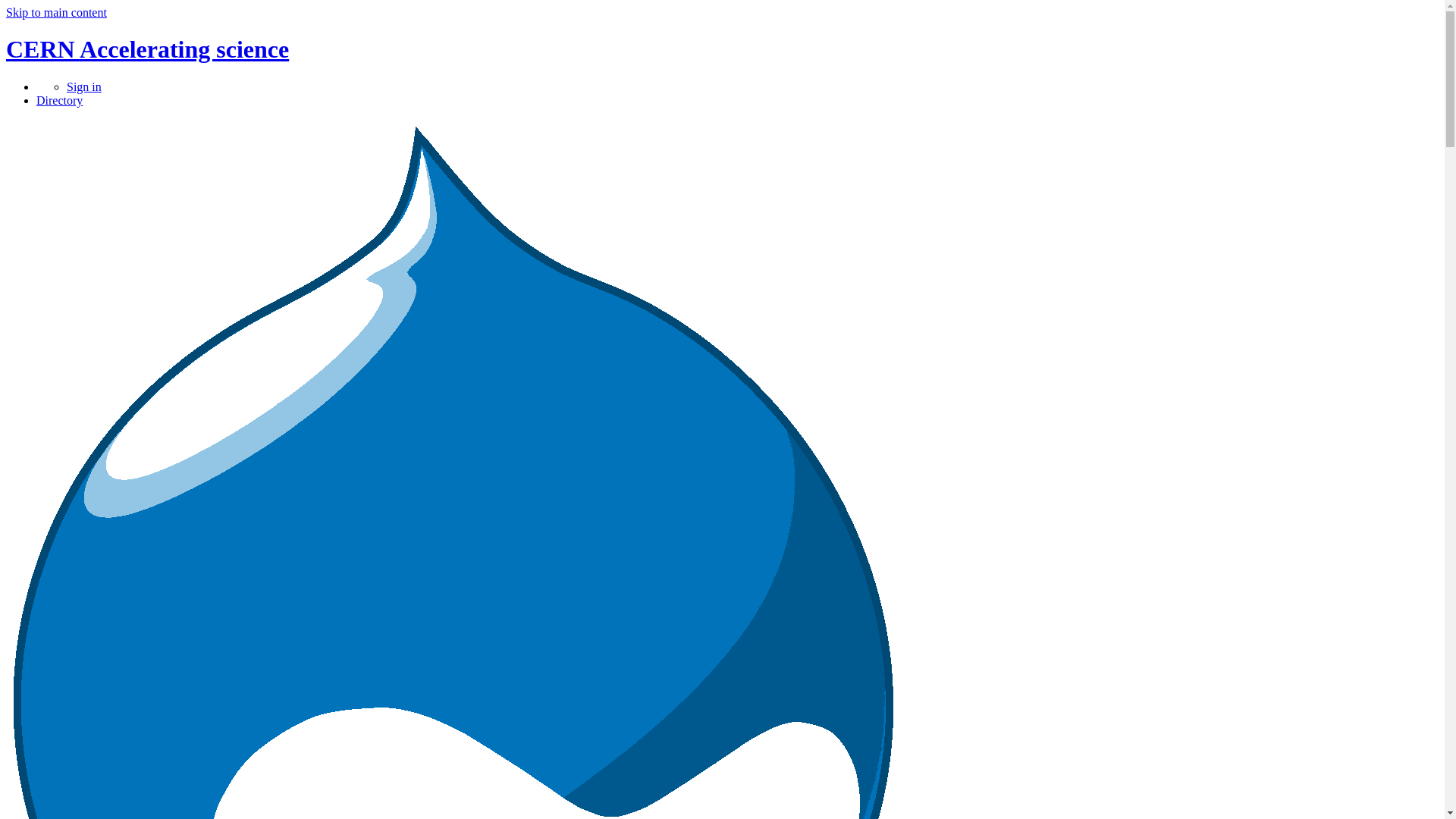 This screenshot has width=1456, height=819. I want to click on 'Directory', so click(59, 100).